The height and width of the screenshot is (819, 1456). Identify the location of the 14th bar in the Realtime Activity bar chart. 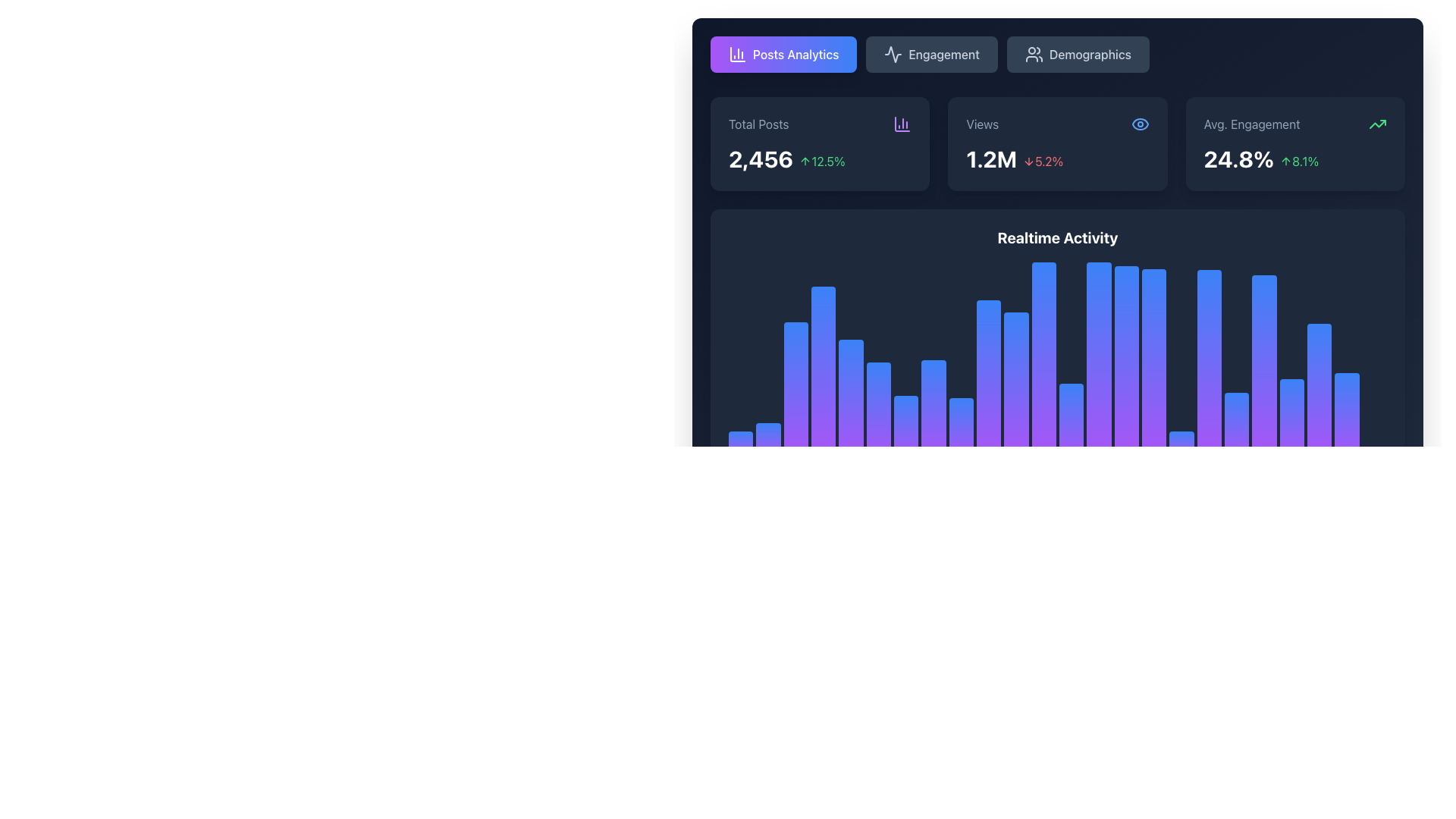
(1099, 396).